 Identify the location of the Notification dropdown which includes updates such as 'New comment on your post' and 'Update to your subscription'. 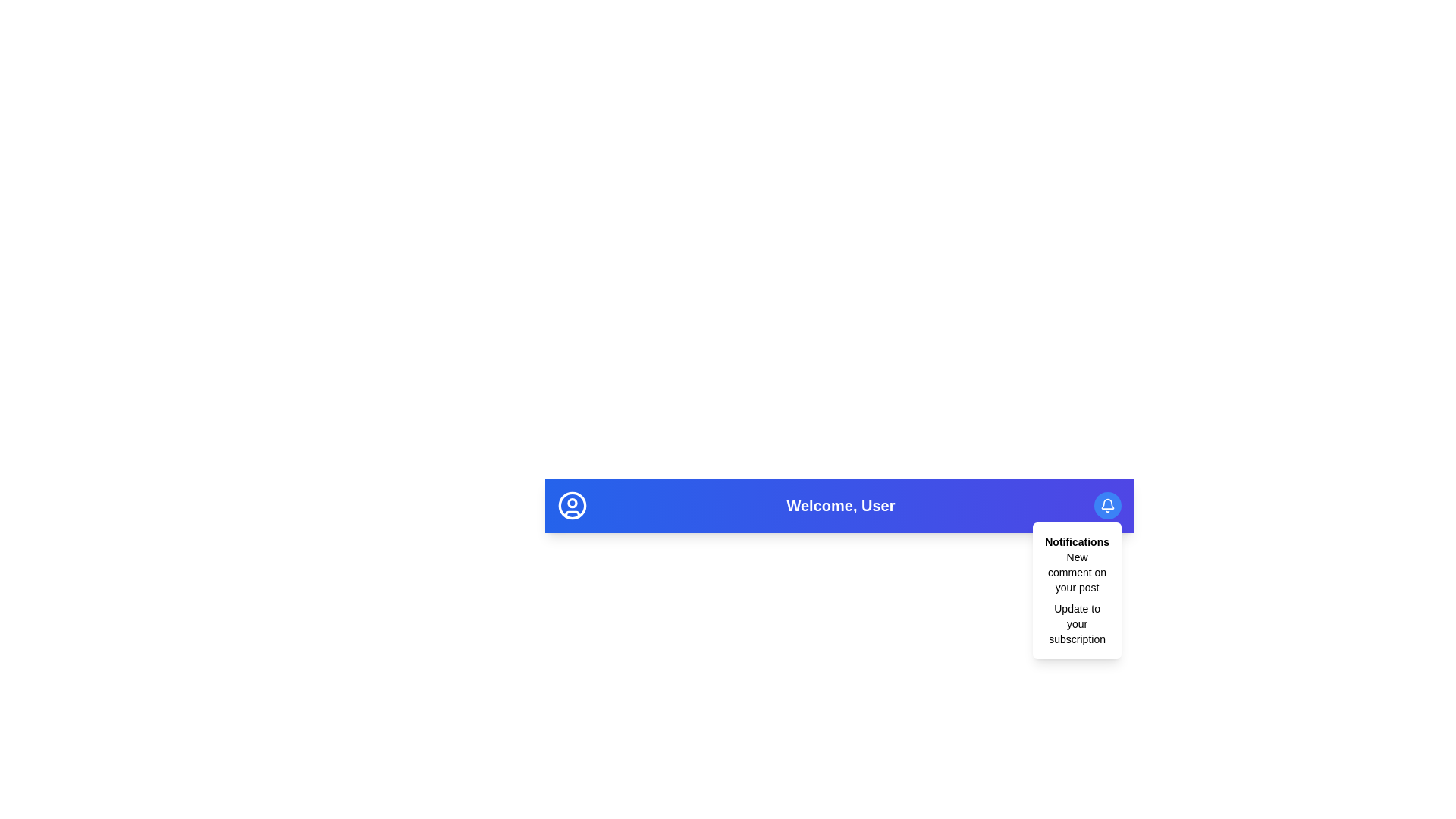
(1076, 590).